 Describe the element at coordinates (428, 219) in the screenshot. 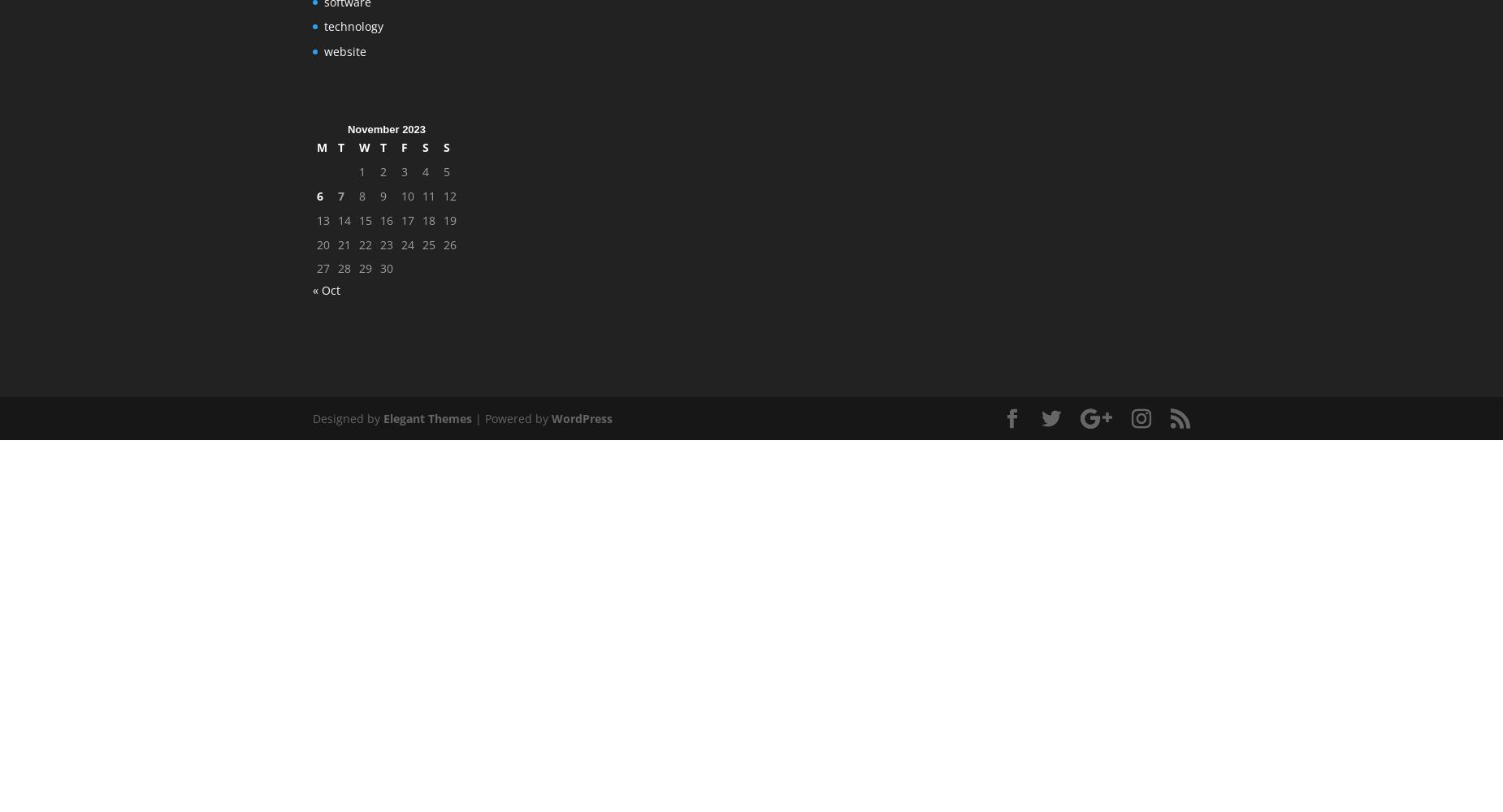

I see `'18'` at that location.